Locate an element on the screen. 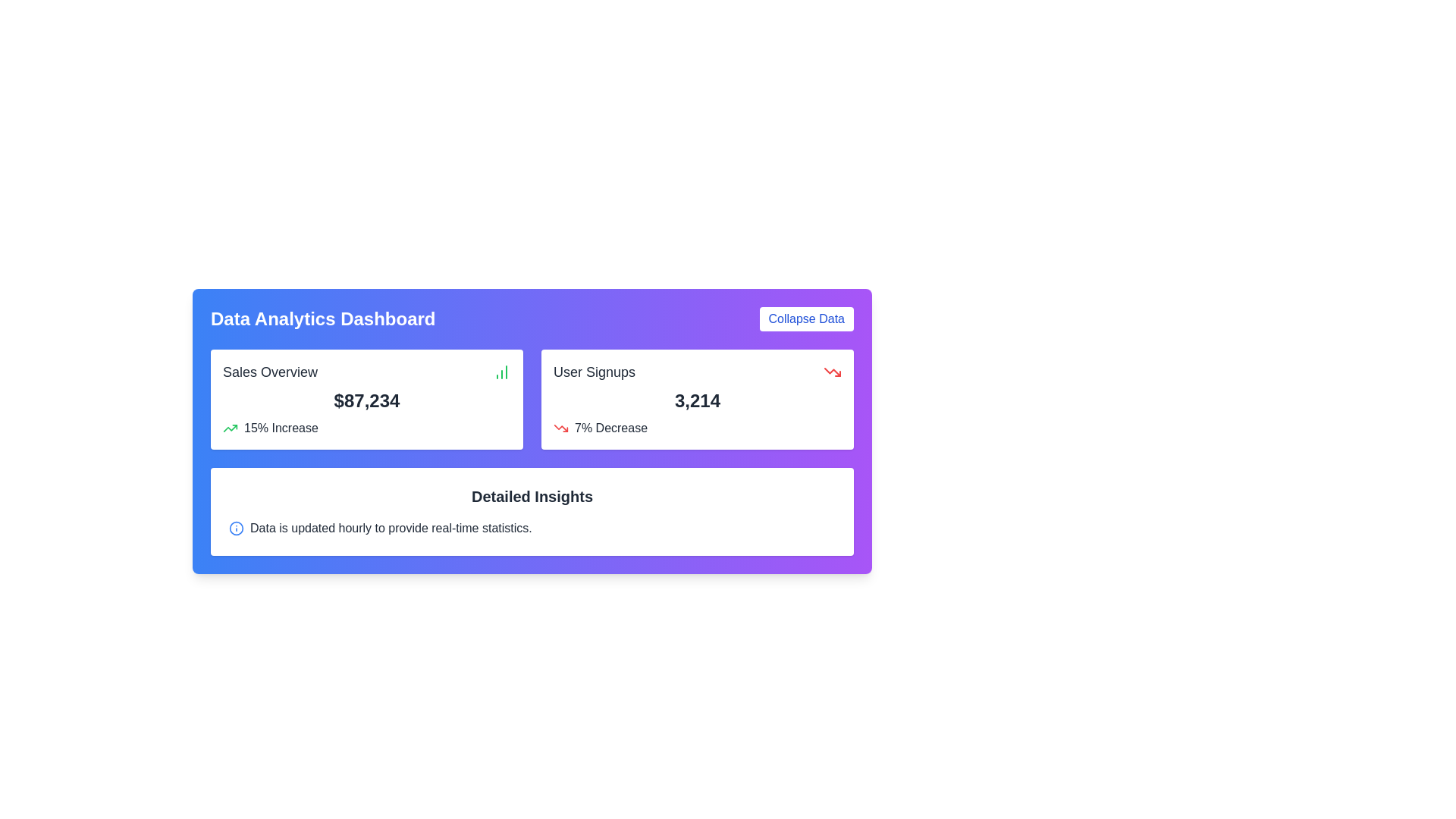  the green arrow icon that represents an upward trend, located beside the text '15% Increase' in the 'Sales Overview' section of the main dashboard is located at coordinates (229, 428).